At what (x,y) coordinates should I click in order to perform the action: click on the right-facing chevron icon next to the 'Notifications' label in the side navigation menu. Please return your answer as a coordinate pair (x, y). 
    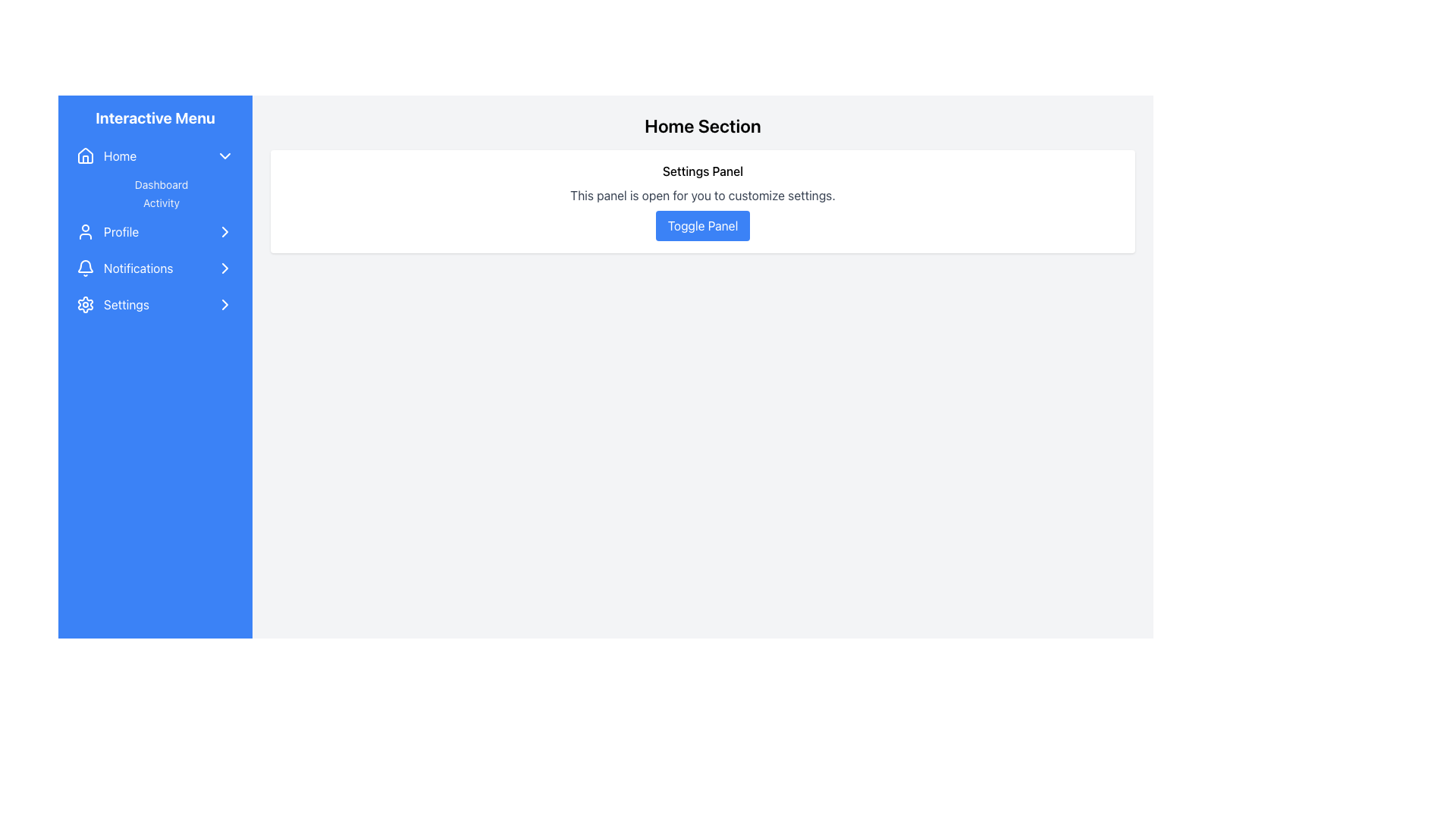
    Looking at the image, I should click on (224, 268).